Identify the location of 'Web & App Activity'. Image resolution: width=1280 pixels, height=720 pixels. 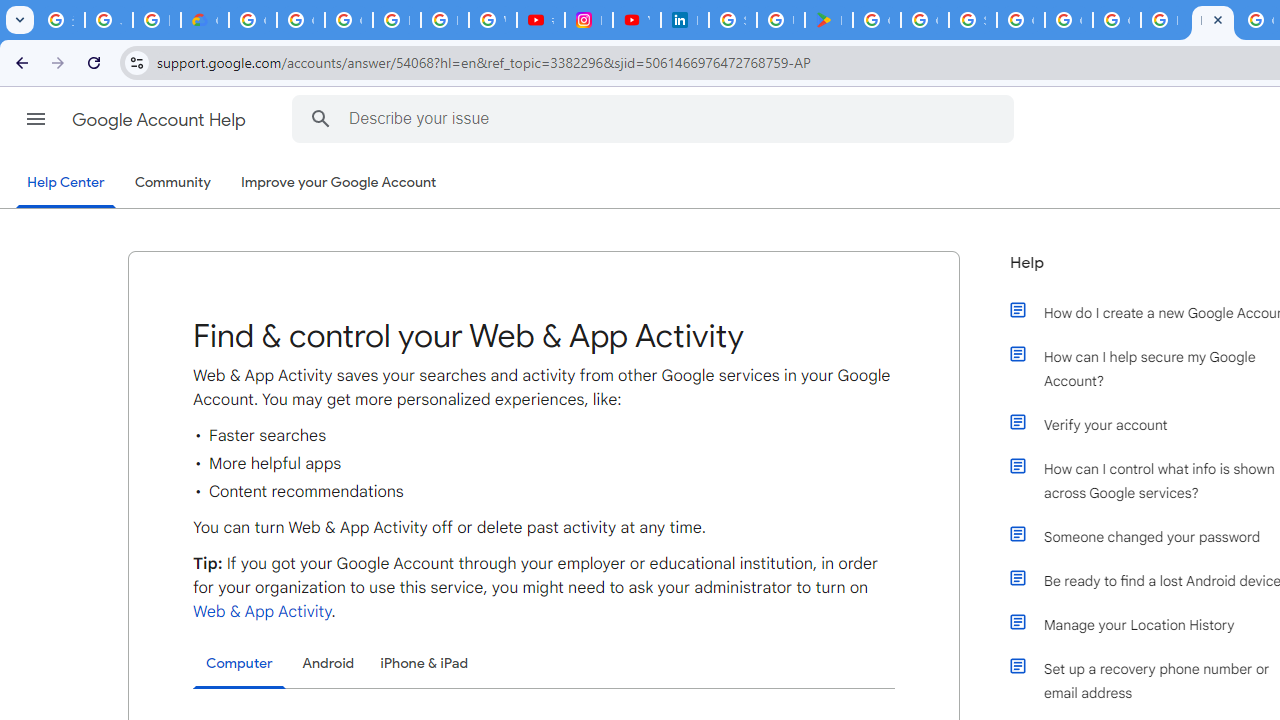
(261, 611).